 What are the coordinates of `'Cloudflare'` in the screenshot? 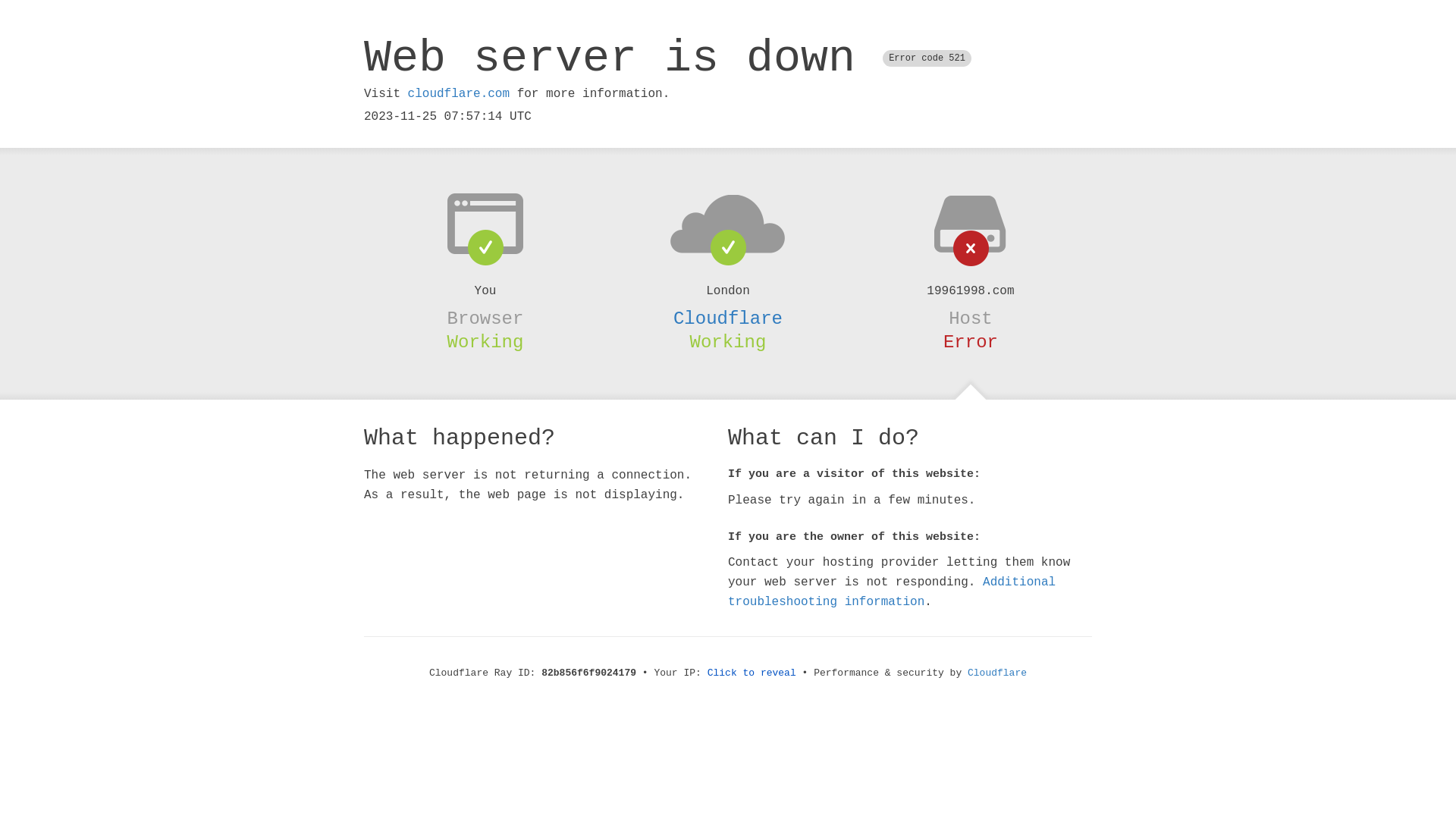 It's located at (728, 318).